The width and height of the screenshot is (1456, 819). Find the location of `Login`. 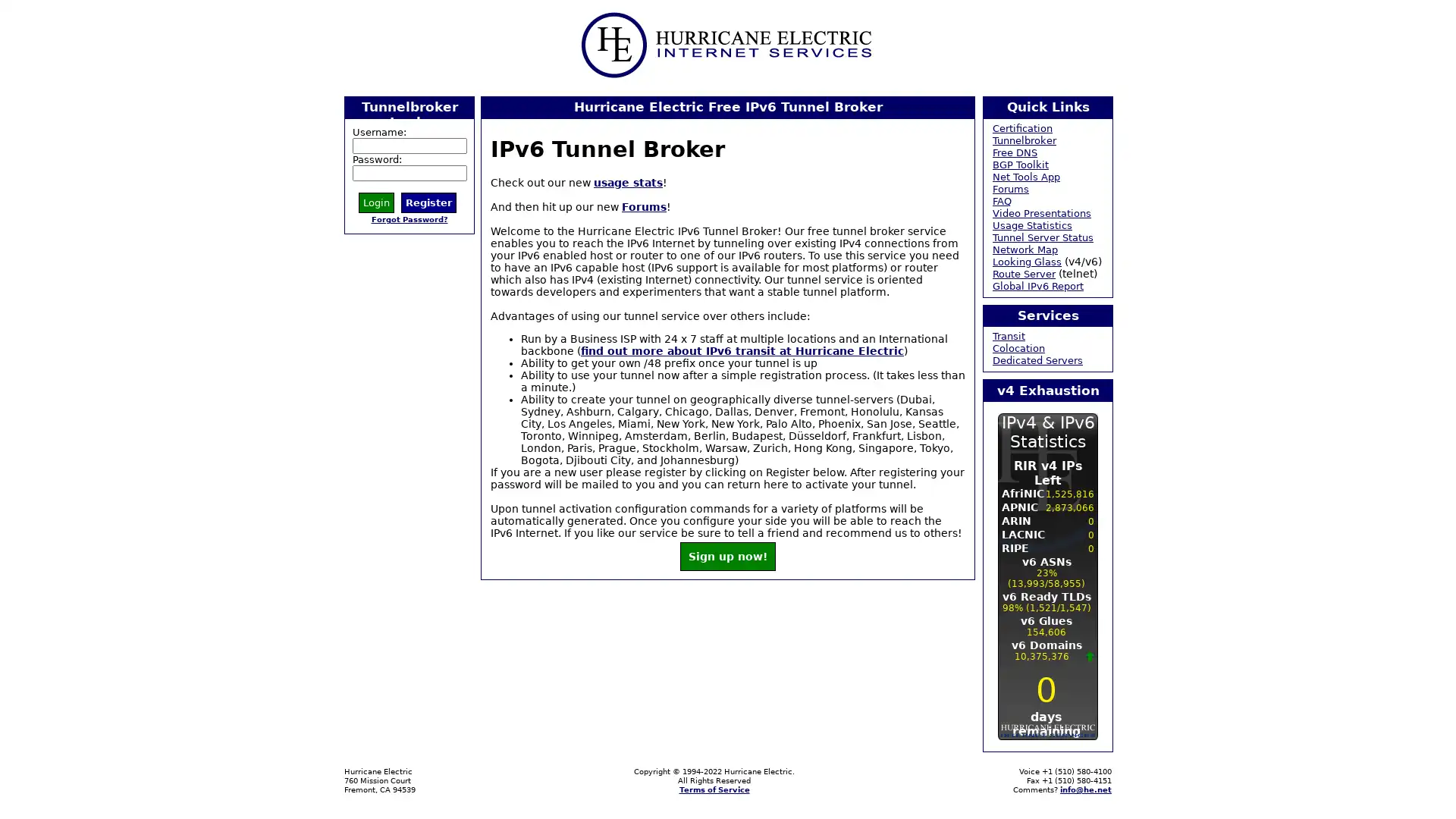

Login is located at coordinates (376, 201).